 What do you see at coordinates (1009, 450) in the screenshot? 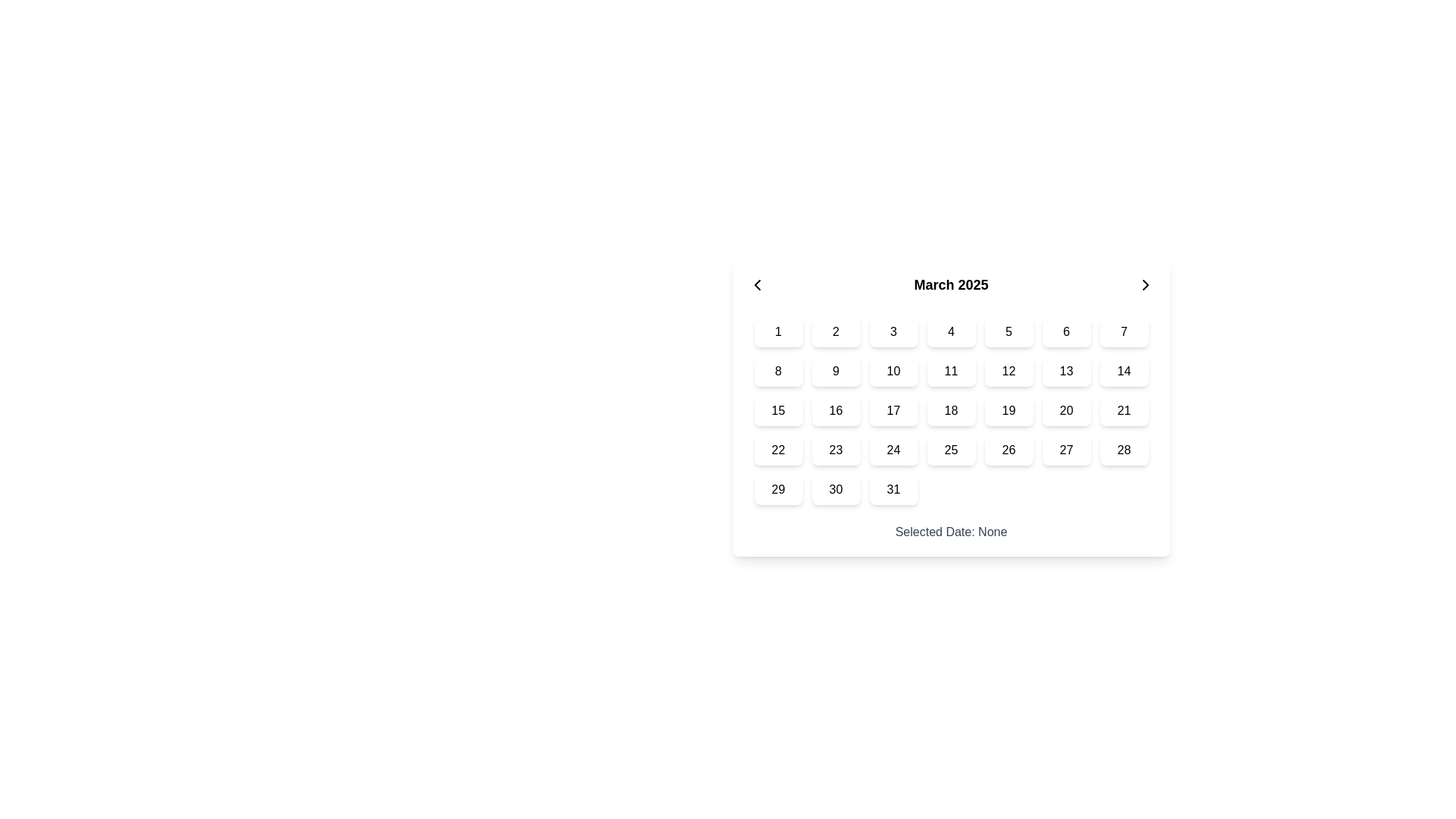
I see `the button representing the date '26' in the calendar grid for accessibility purposes` at bounding box center [1009, 450].